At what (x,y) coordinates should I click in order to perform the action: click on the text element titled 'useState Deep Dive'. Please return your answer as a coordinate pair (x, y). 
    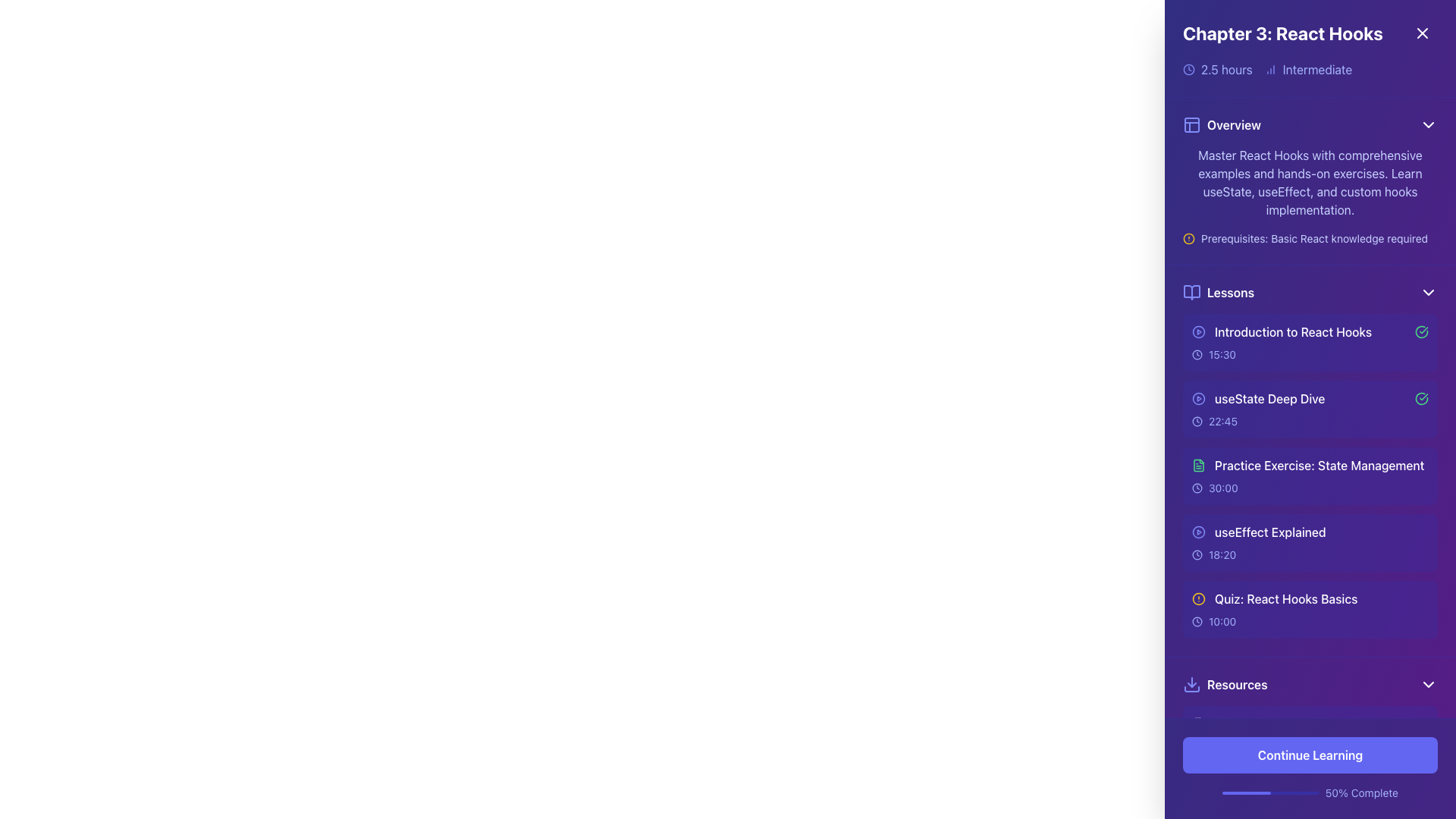
    Looking at the image, I should click on (1258, 397).